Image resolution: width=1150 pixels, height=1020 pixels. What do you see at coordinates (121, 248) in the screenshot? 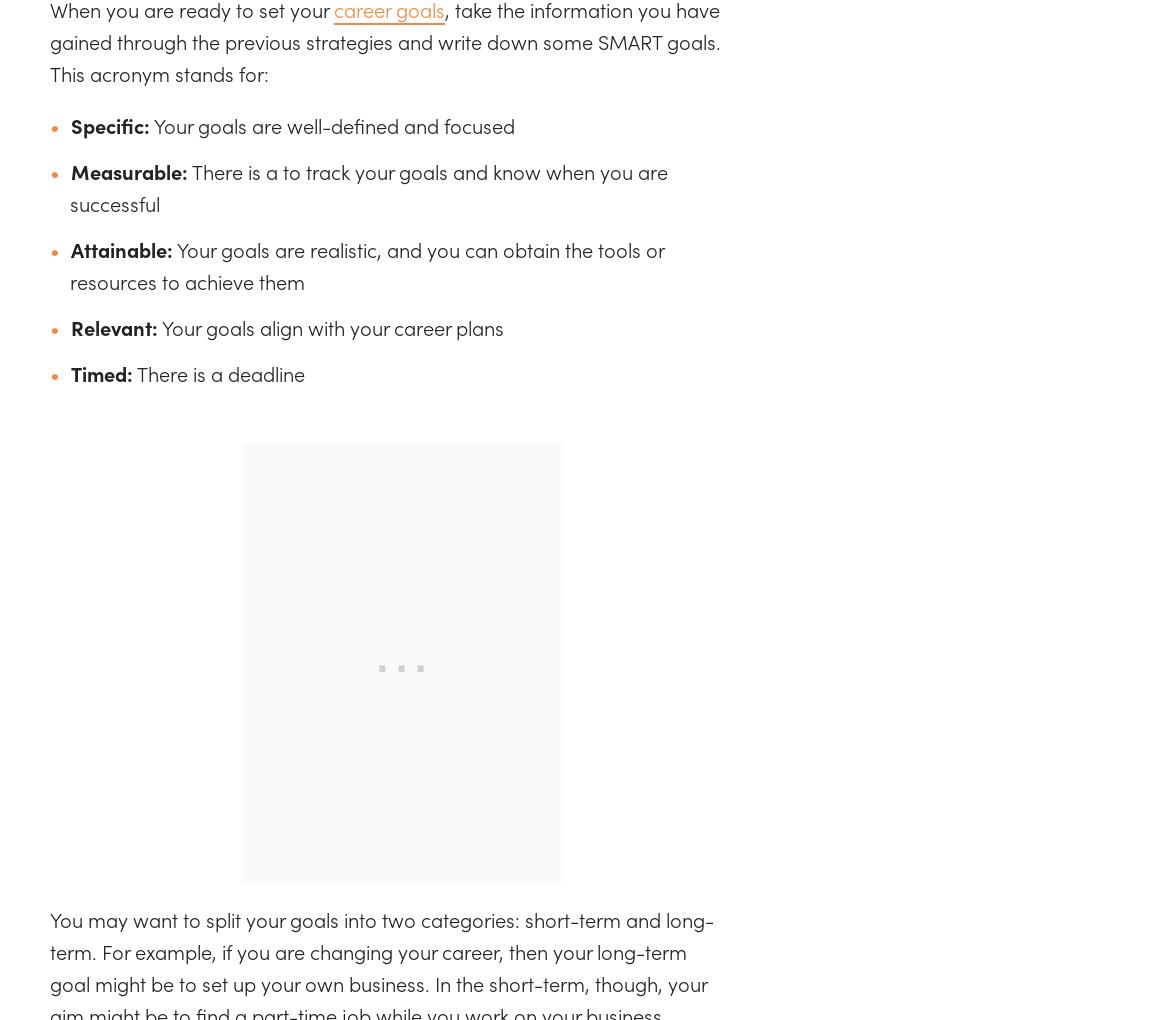
I see `'Attainable:'` at bounding box center [121, 248].